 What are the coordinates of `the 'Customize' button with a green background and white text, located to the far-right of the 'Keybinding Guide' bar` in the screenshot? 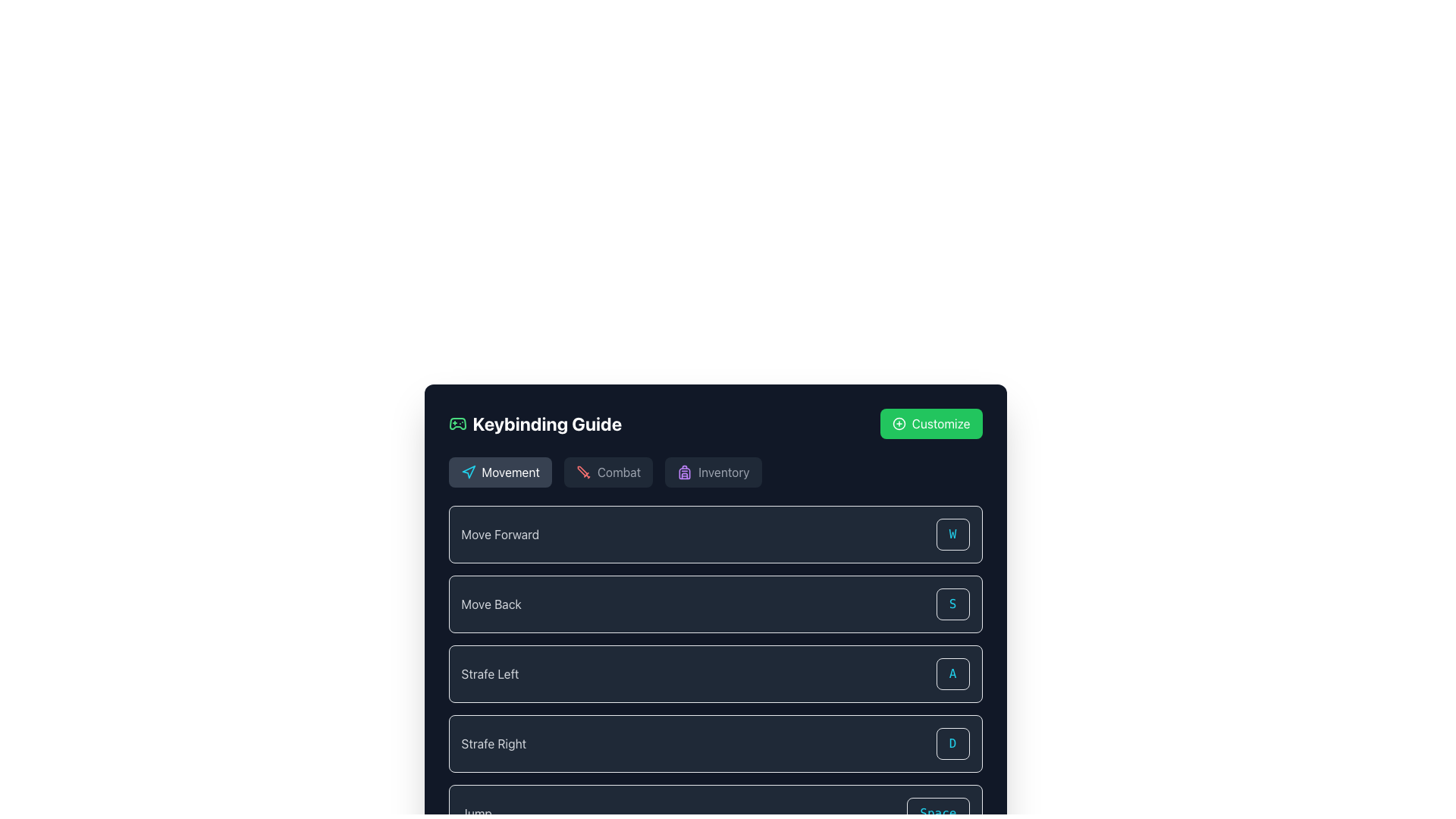 It's located at (930, 424).